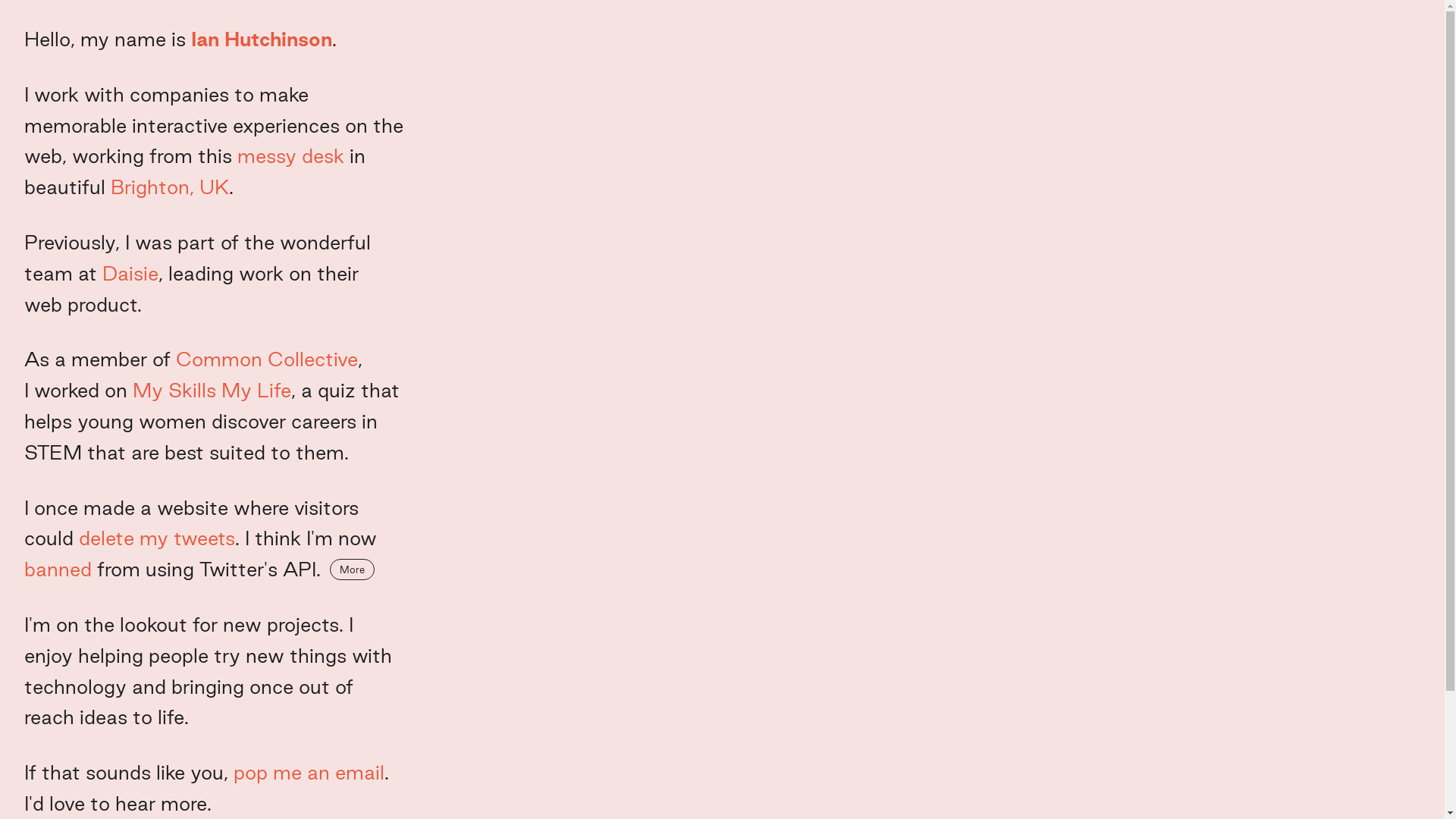 The image size is (1456, 819). I want to click on 'Daisie', so click(130, 274).